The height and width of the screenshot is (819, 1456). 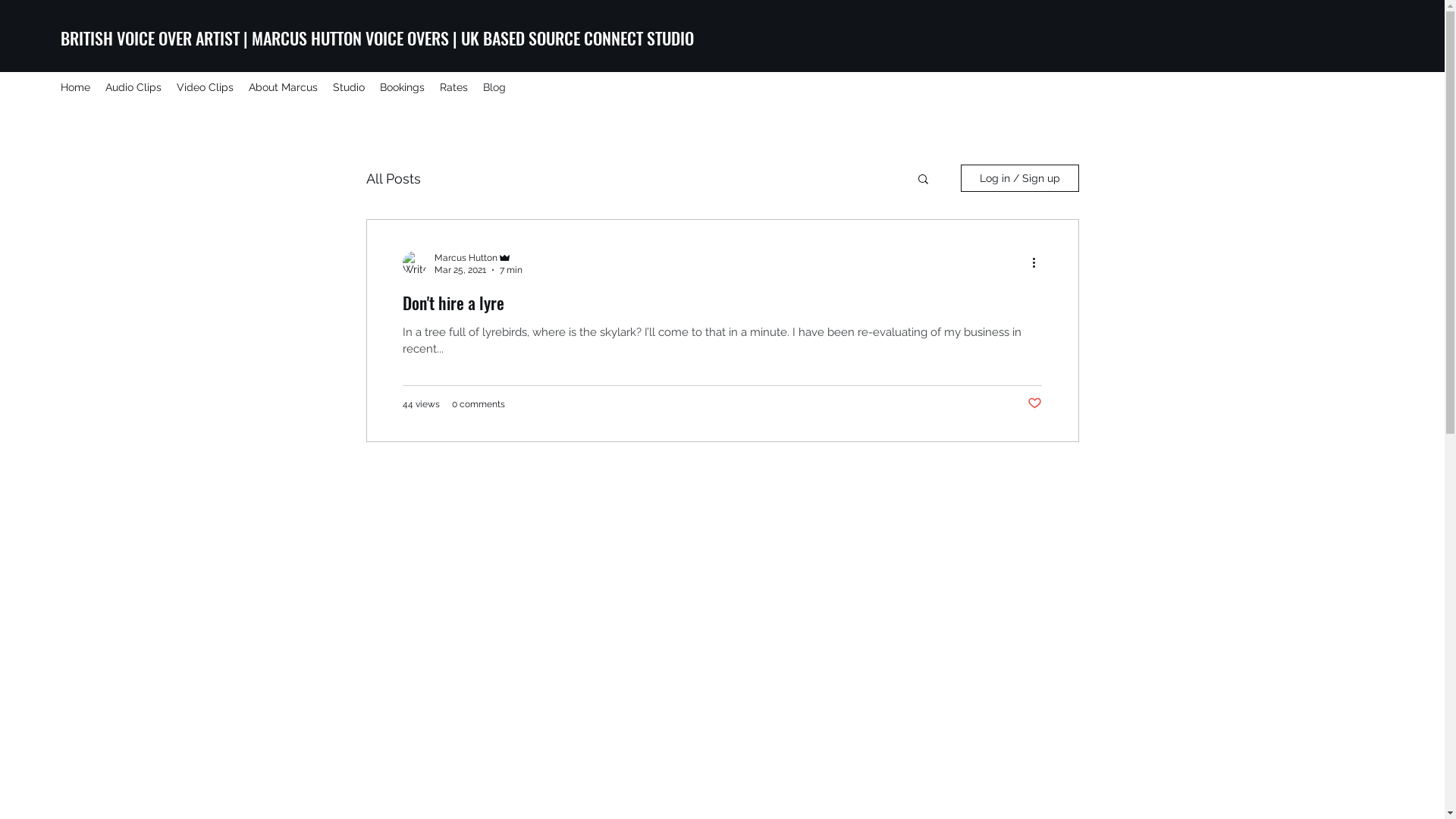 What do you see at coordinates (133, 87) in the screenshot?
I see `'Audio Clips'` at bounding box center [133, 87].